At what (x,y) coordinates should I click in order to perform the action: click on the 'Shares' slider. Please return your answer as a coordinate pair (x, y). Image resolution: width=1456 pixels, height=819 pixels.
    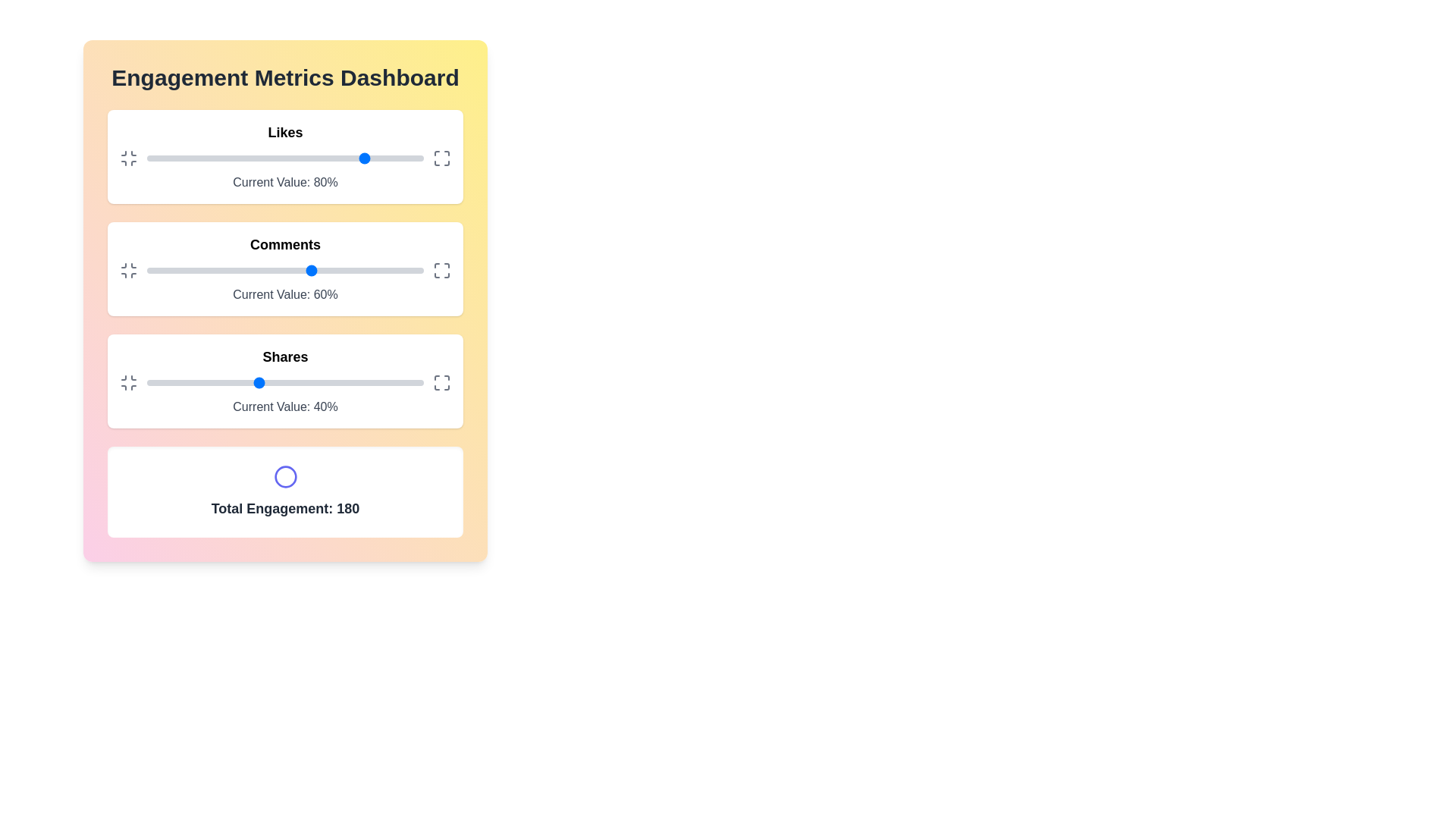
    Looking at the image, I should click on (174, 382).